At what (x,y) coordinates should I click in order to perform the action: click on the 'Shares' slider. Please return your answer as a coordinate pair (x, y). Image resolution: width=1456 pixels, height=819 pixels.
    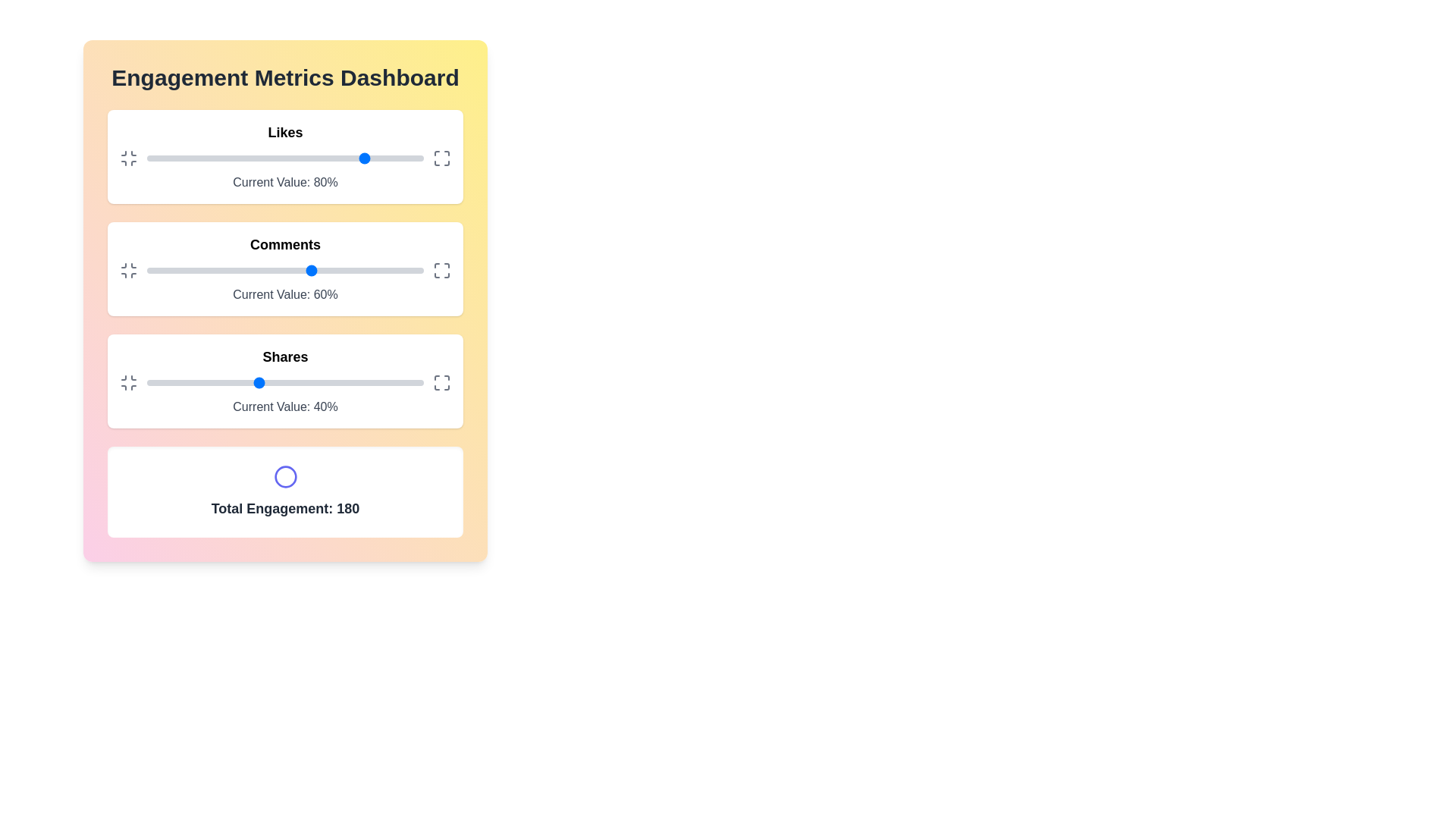
    Looking at the image, I should click on (174, 382).